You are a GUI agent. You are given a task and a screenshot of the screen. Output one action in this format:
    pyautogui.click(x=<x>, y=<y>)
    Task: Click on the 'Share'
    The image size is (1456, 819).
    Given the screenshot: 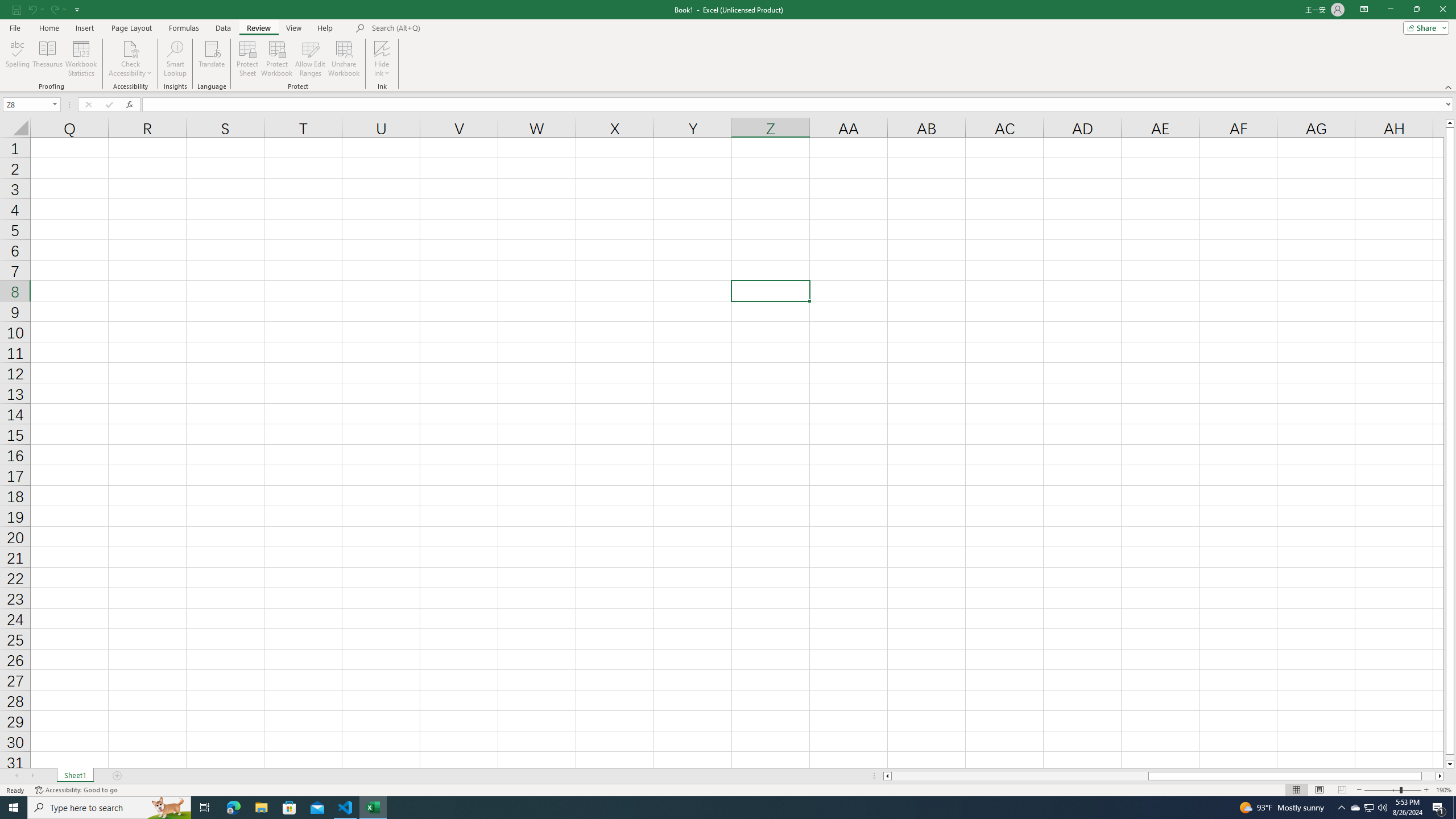 What is the action you would take?
    pyautogui.click(x=1423, y=27)
    